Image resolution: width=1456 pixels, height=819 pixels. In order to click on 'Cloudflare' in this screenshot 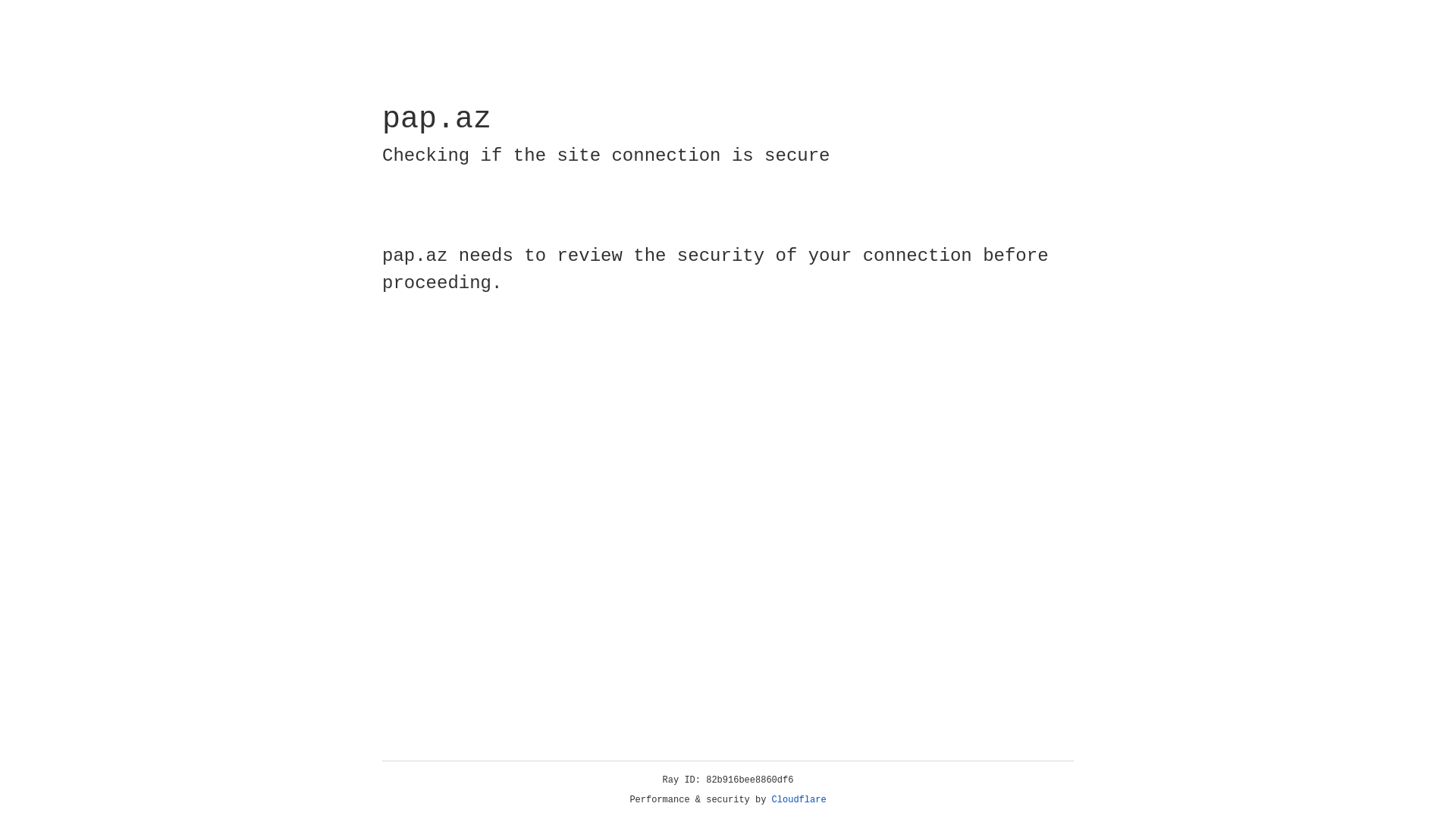, I will do `click(799, 799)`.